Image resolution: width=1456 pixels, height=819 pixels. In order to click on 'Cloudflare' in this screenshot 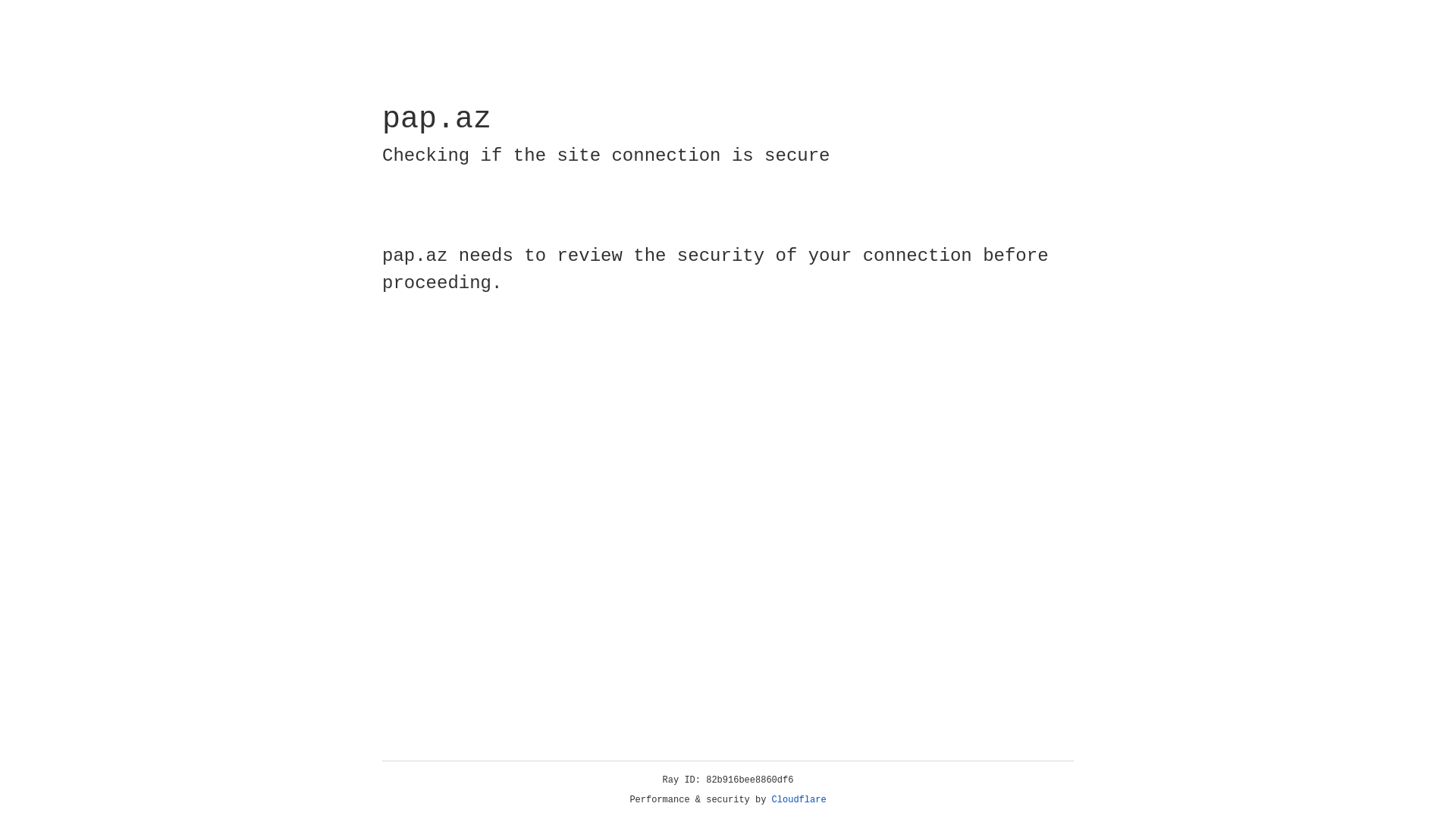, I will do `click(799, 799)`.